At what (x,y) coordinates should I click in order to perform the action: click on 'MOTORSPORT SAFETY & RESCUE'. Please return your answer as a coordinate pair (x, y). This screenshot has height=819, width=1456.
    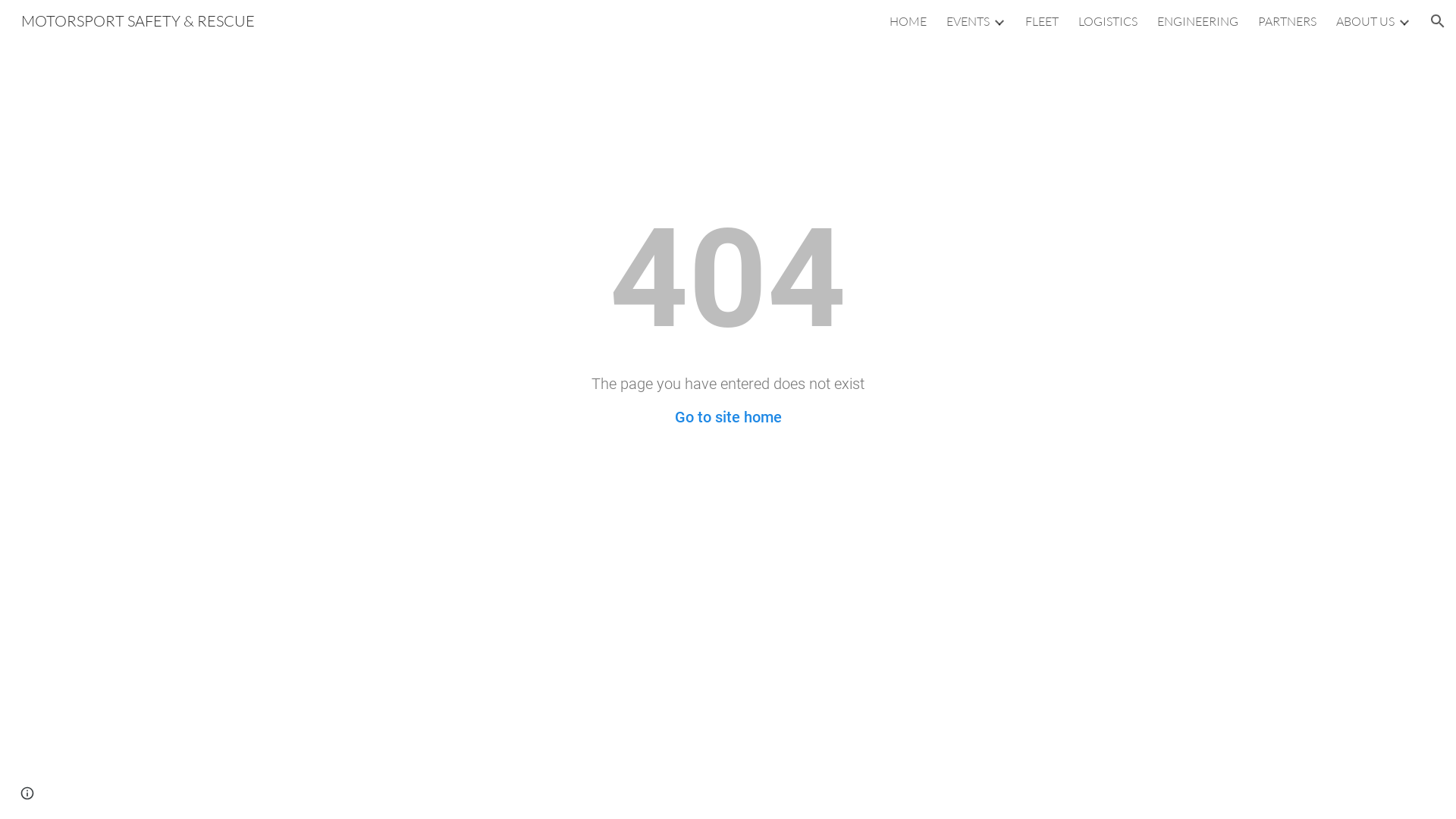
    Looking at the image, I should click on (138, 19).